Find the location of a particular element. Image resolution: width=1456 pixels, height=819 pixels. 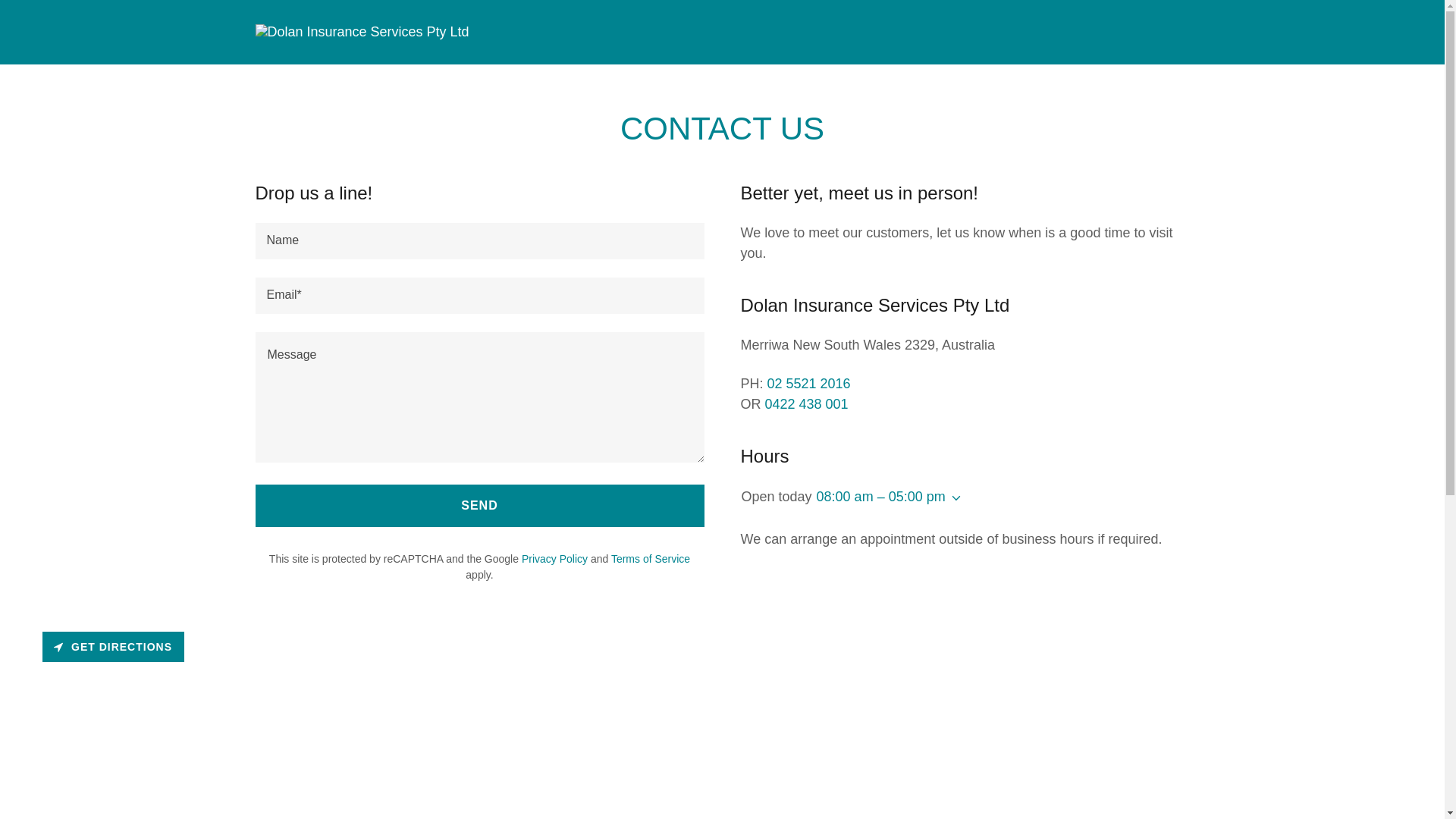

'0422 438 001' is located at coordinates (806, 403).